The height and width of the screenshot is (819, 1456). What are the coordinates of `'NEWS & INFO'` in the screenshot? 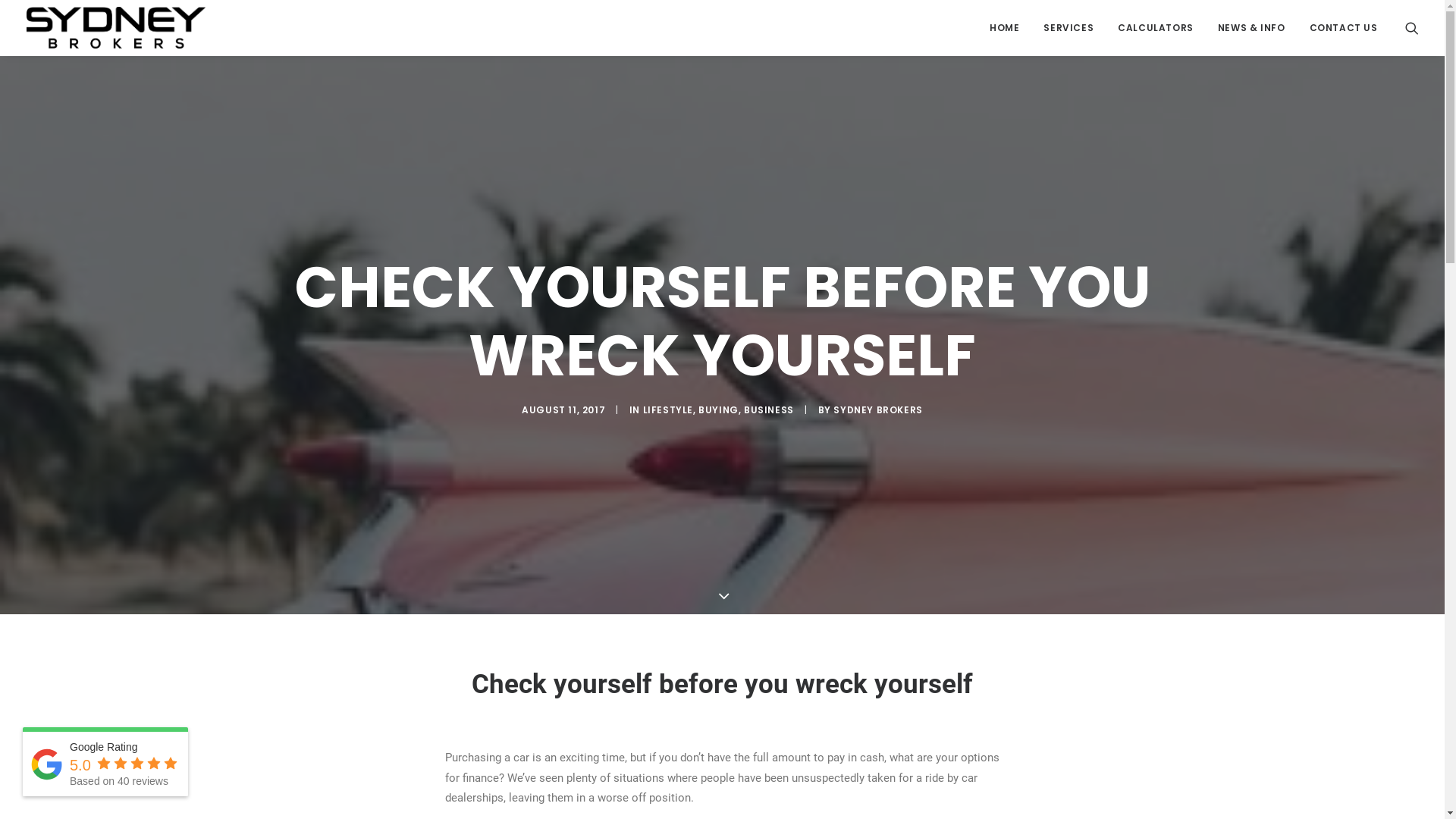 It's located at (1251, 27).